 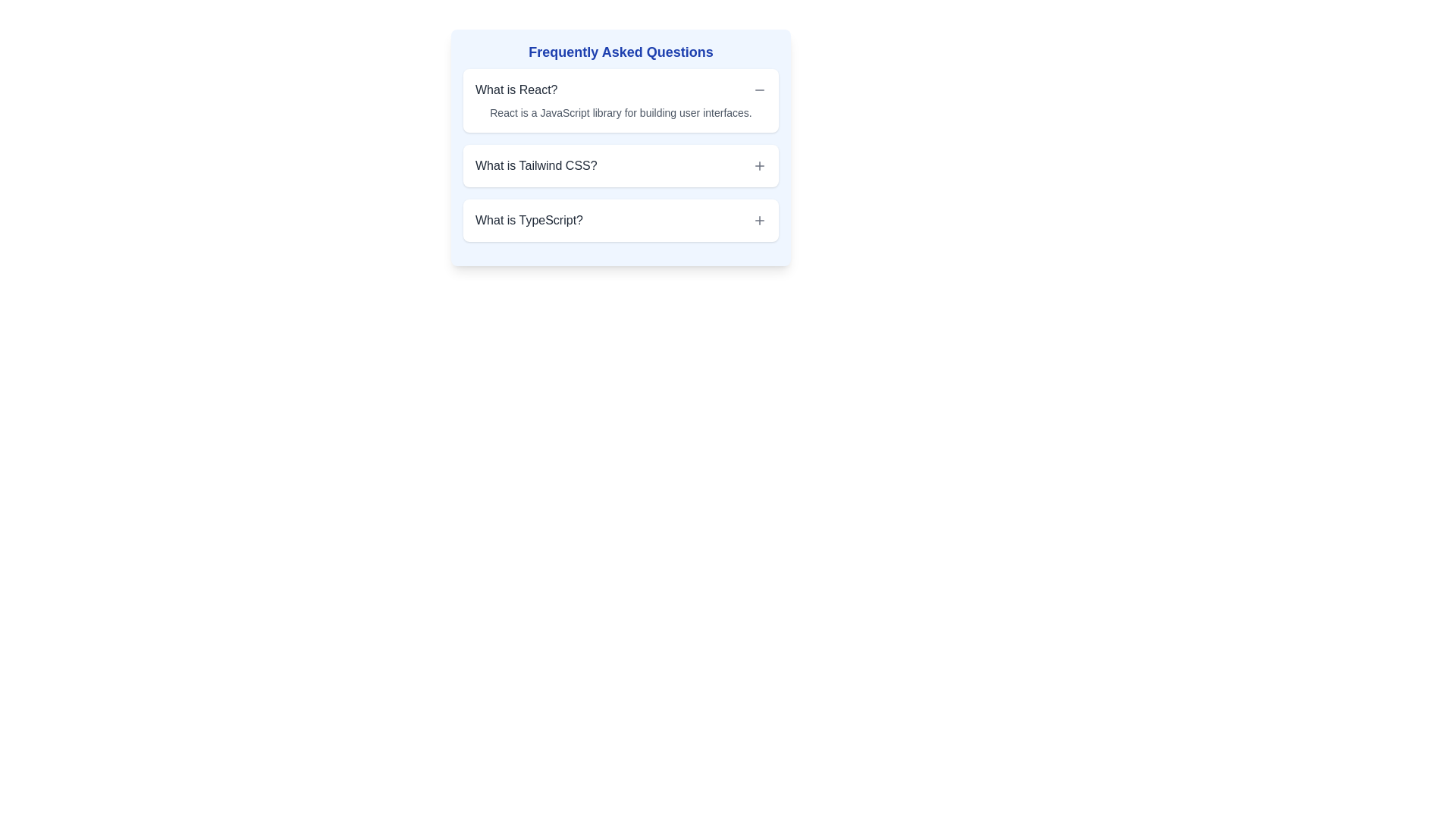 What do you see at coordinates (760, 166) in the screenshot?
I see `the plus icon button, which is a circular grey icon that changes` at bounding box center [760, 166].